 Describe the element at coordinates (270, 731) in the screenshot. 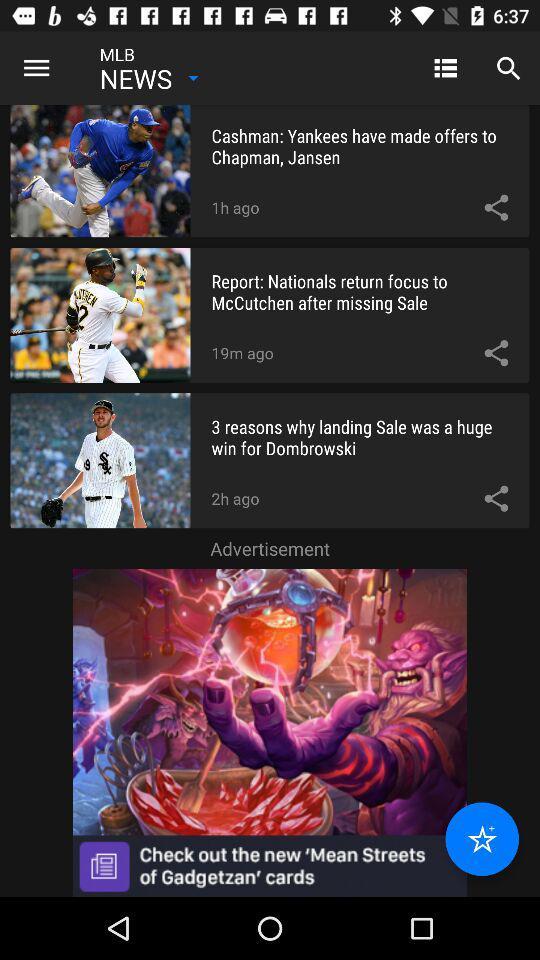

I see `ad5` at that location.